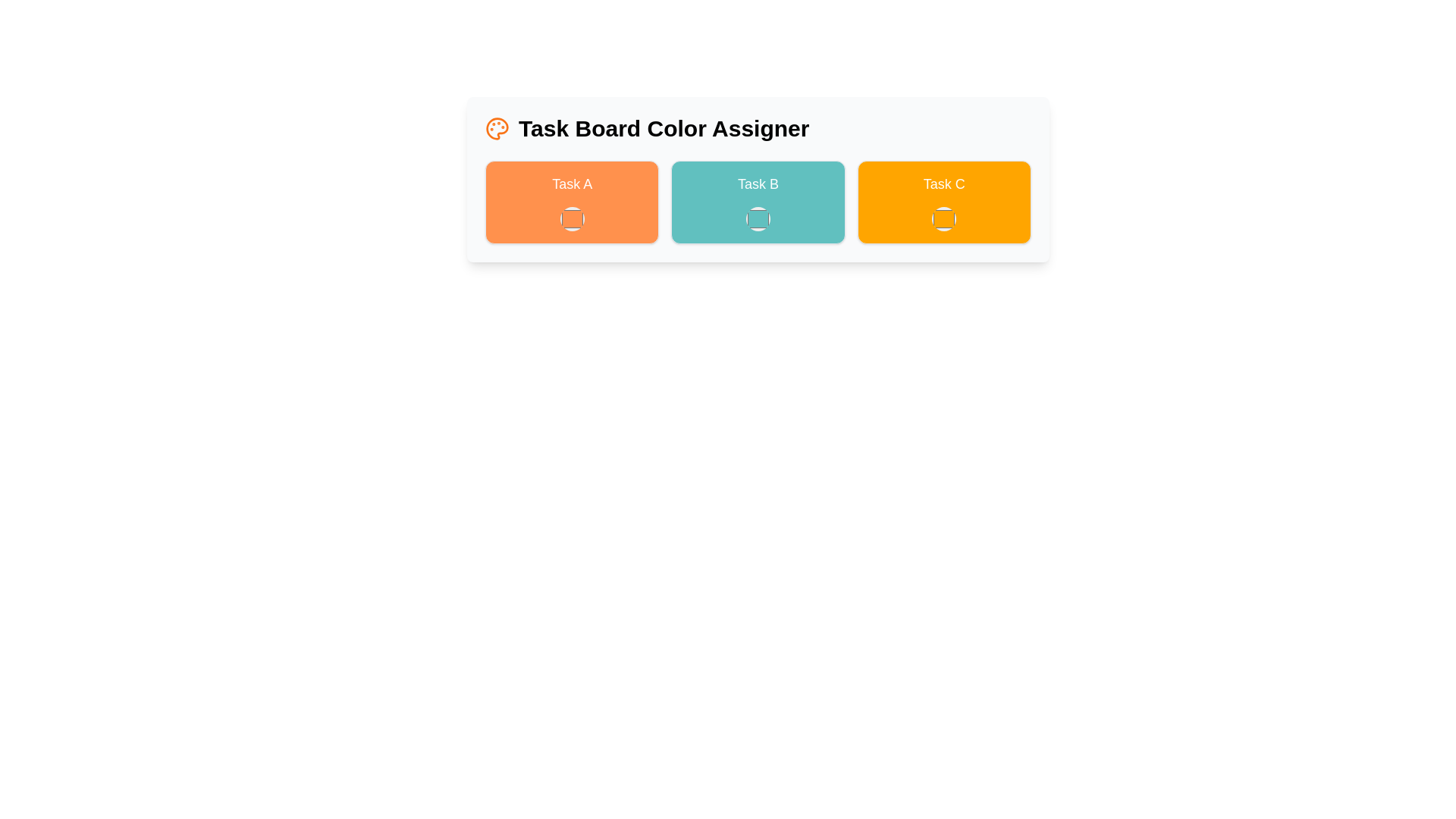  I want to click on the static text label displaying 'Task B' which is centrally aligned in a turquoise rectangular background, so click(758, 184).